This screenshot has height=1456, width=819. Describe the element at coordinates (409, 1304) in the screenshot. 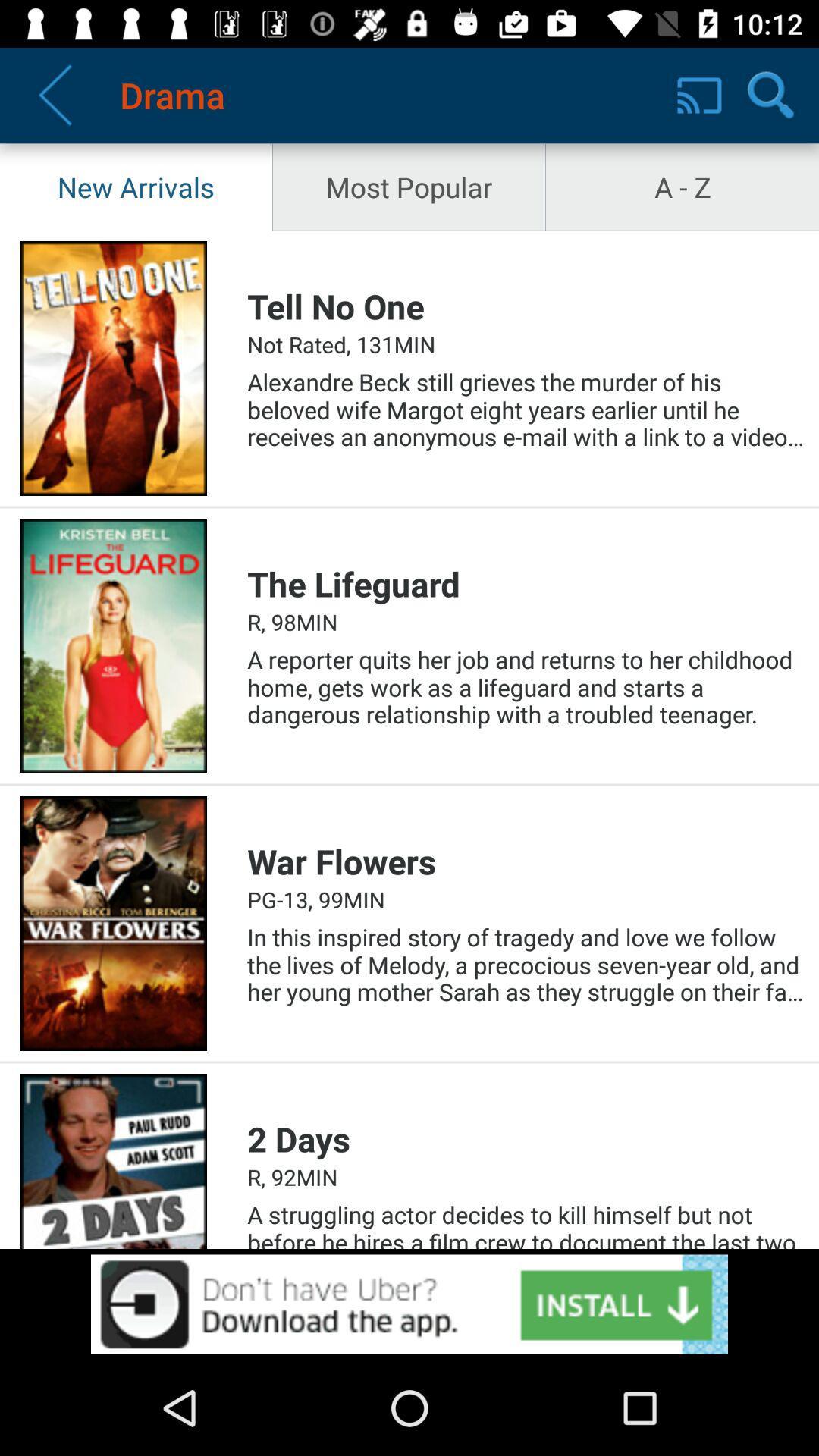

I see `advertisement in new app` at that location.